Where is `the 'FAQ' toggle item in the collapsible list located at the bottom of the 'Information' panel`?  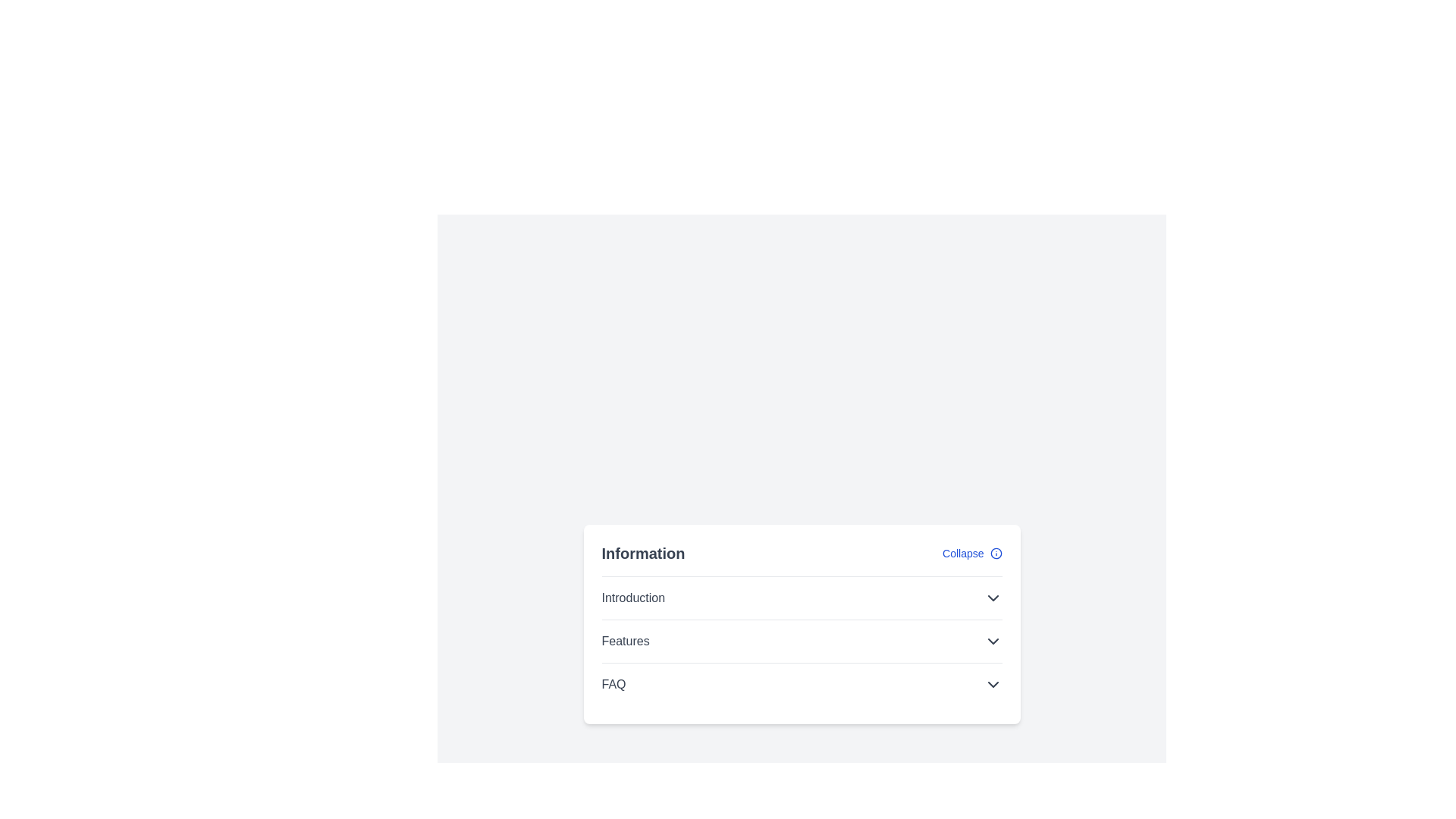
the 'FAQ' toggle item in the collapsible list located at the bottom of the 'Information' panel is located at coordinates (801, 684).